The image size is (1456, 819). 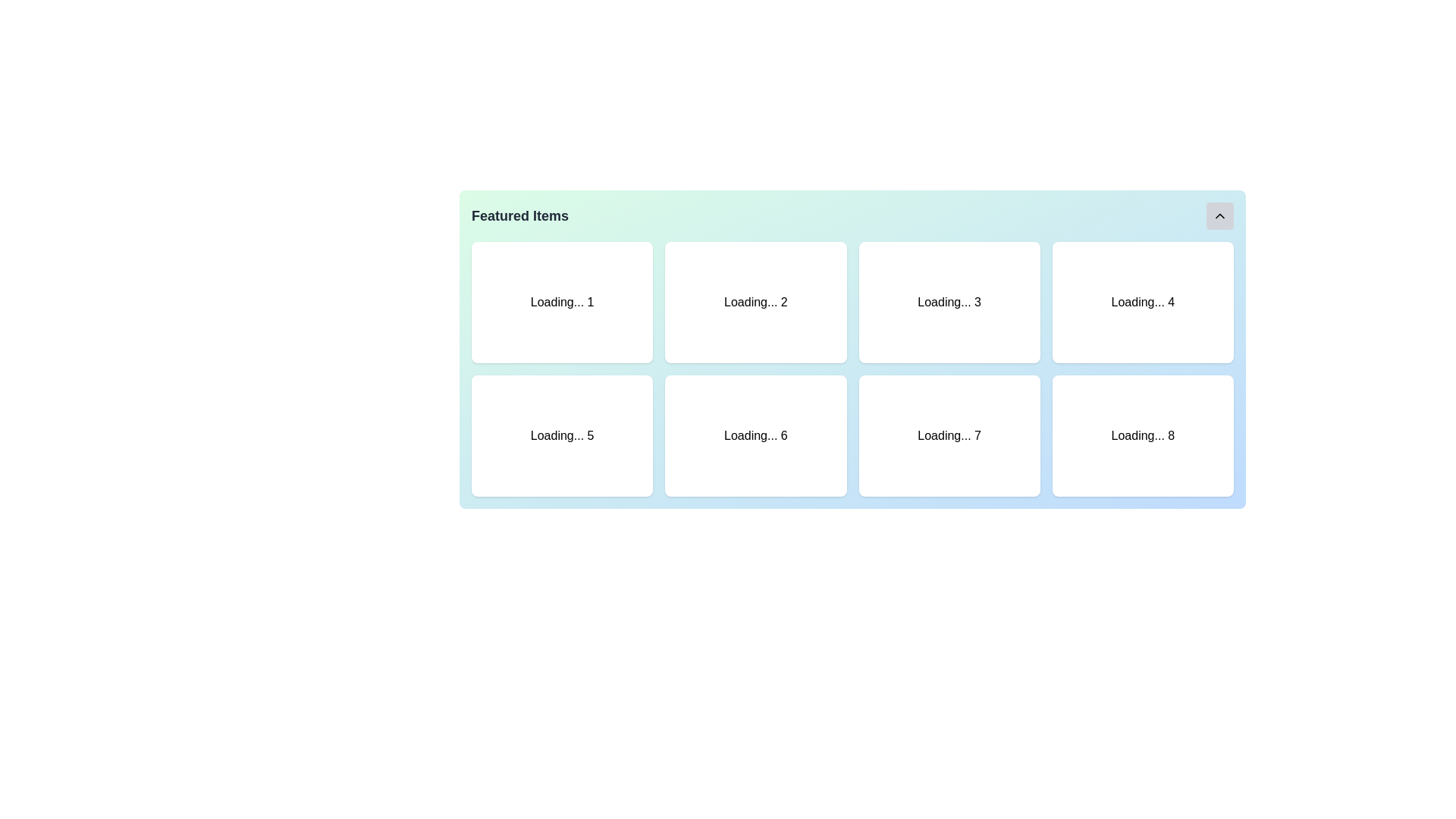 I want to click on the static text card that displays 'Loading... 5', which is located in the second row, first column of a 4x2 grid layout, directly below 'Loading... 1' and to the left of 'Loading... 6', so click(x=561, y=435).